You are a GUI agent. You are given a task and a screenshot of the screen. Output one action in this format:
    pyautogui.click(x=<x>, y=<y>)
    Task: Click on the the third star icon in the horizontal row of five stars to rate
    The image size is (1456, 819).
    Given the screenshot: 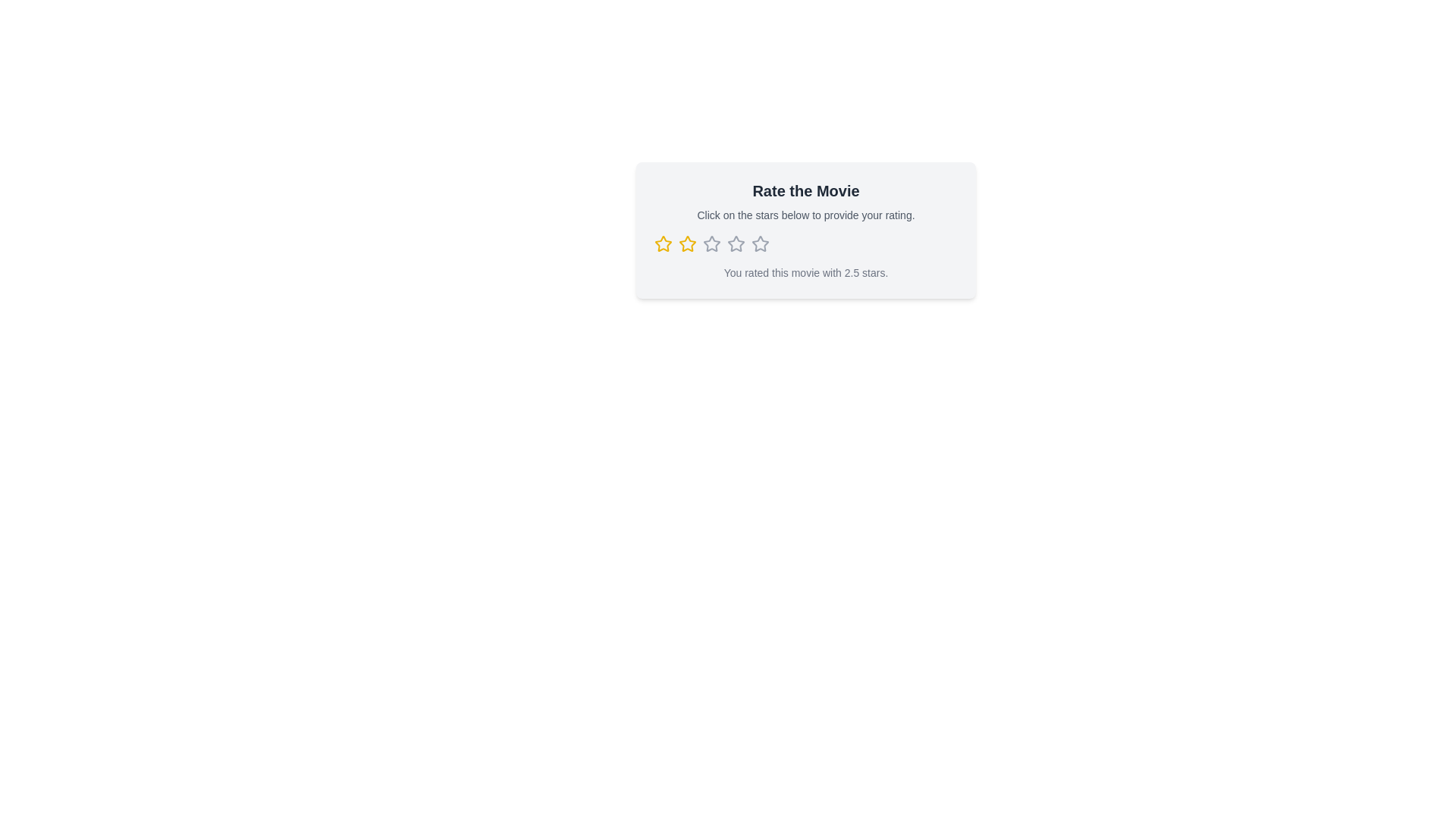 What is the action you would take?
    pyautogui.click(x=761, y=243)
    